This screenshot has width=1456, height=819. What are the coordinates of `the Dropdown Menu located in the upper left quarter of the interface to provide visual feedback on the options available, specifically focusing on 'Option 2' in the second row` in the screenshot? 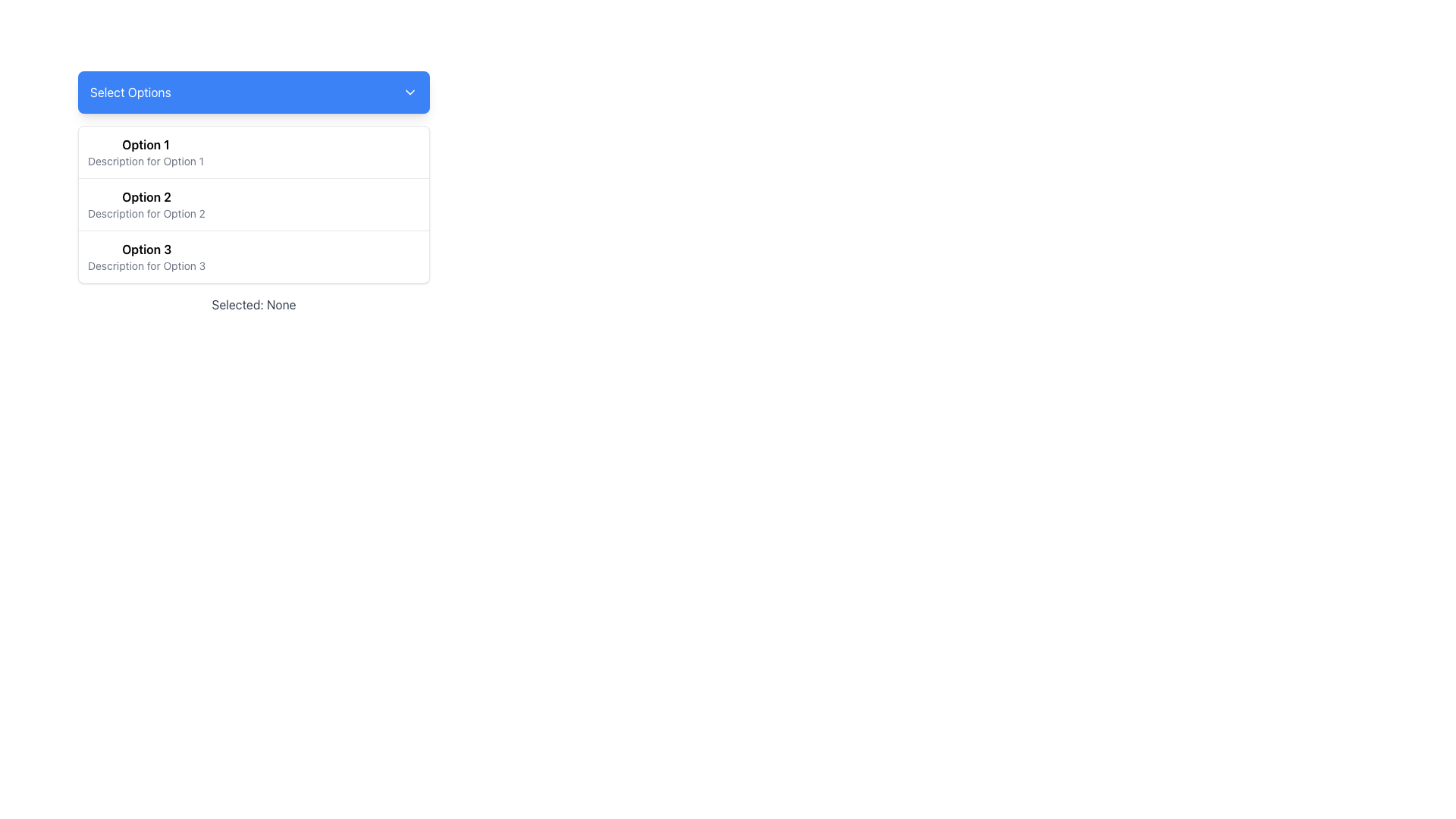 It's located at (254, 192).